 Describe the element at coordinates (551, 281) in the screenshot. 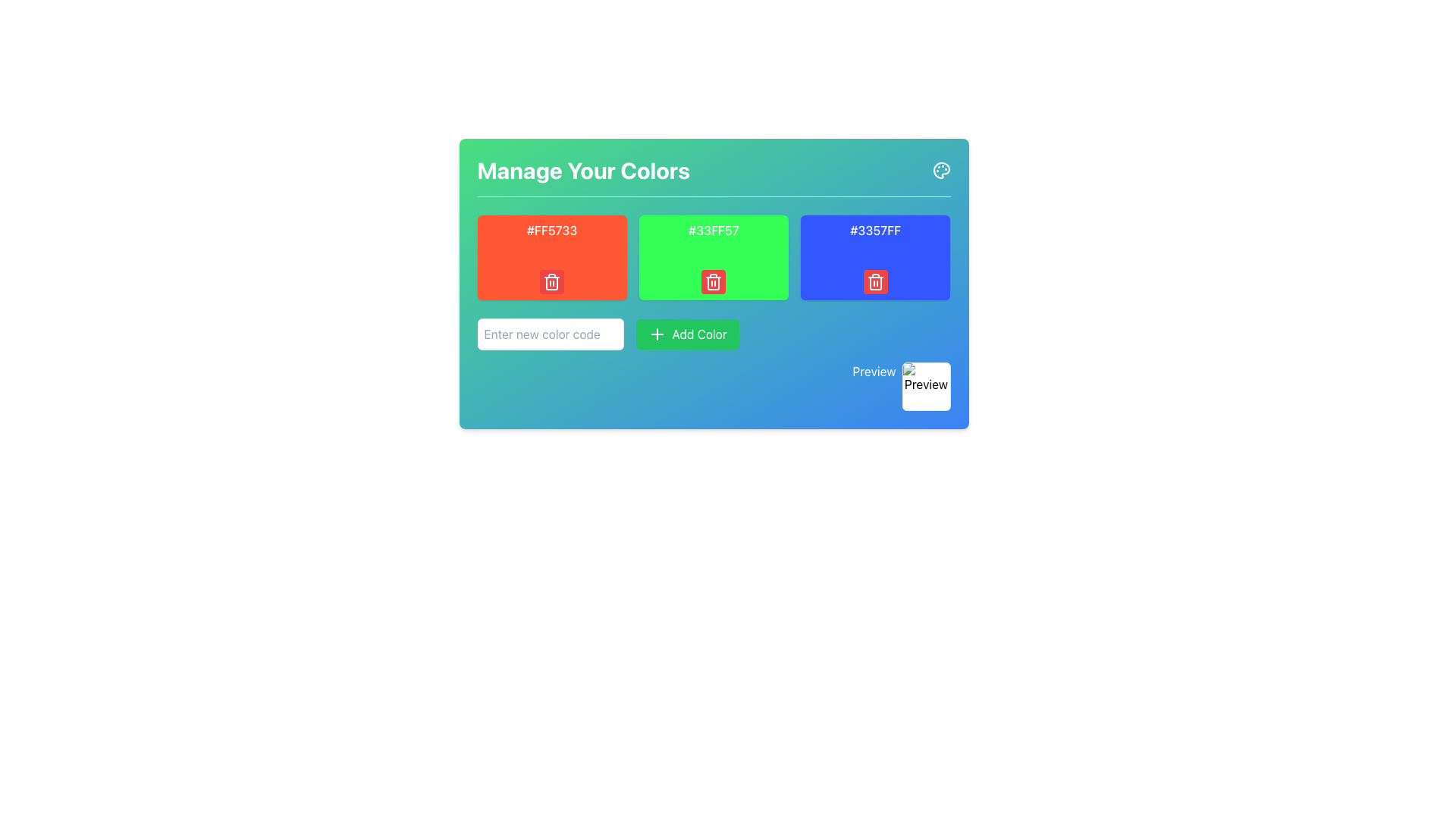

I see `the delete button located below the '#FF5733' text in the leftmost color block of the 'Manage Your Colors' interface` at that location.